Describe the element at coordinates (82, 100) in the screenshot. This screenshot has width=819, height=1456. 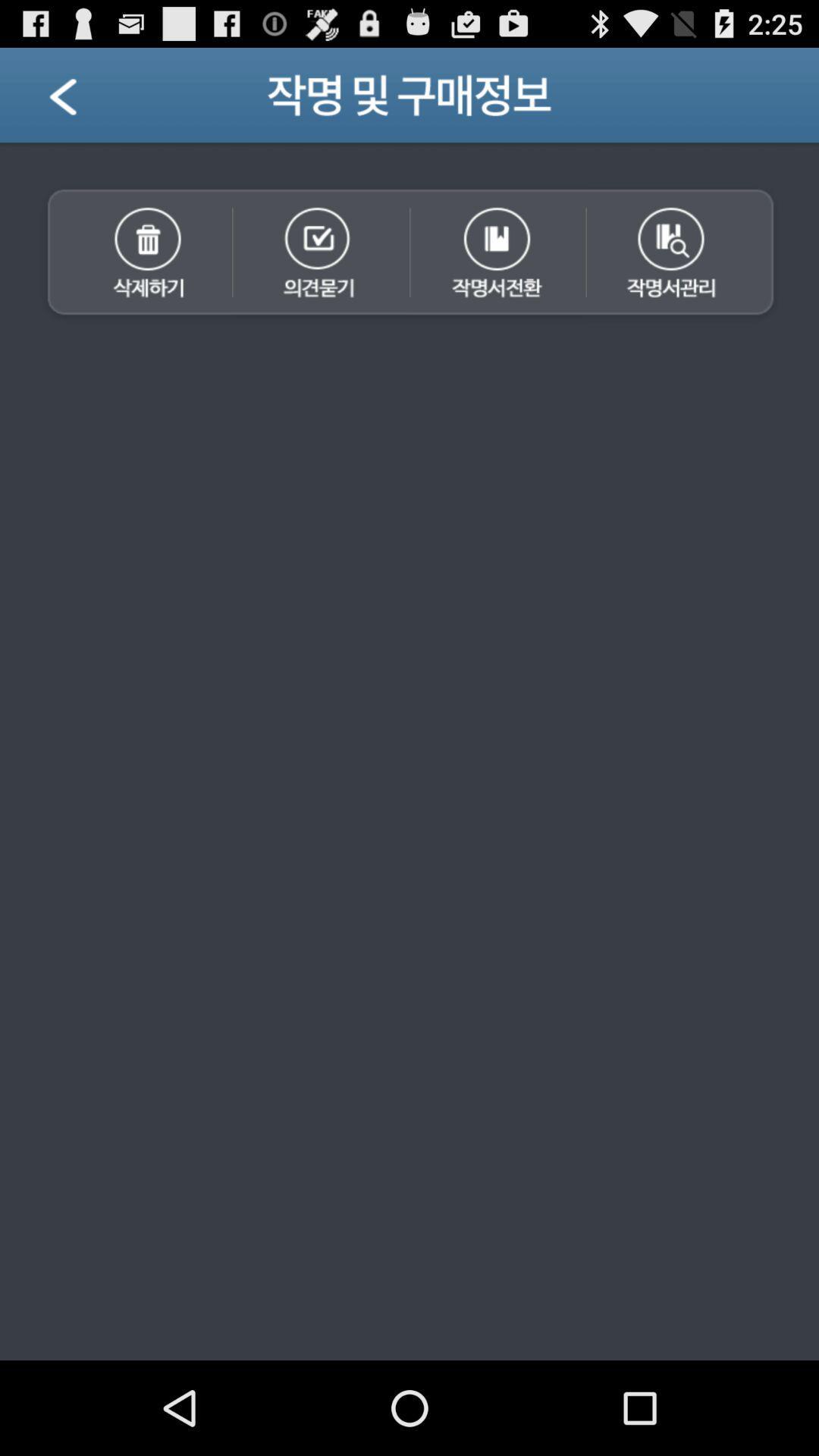
I see `user profile` at that location.